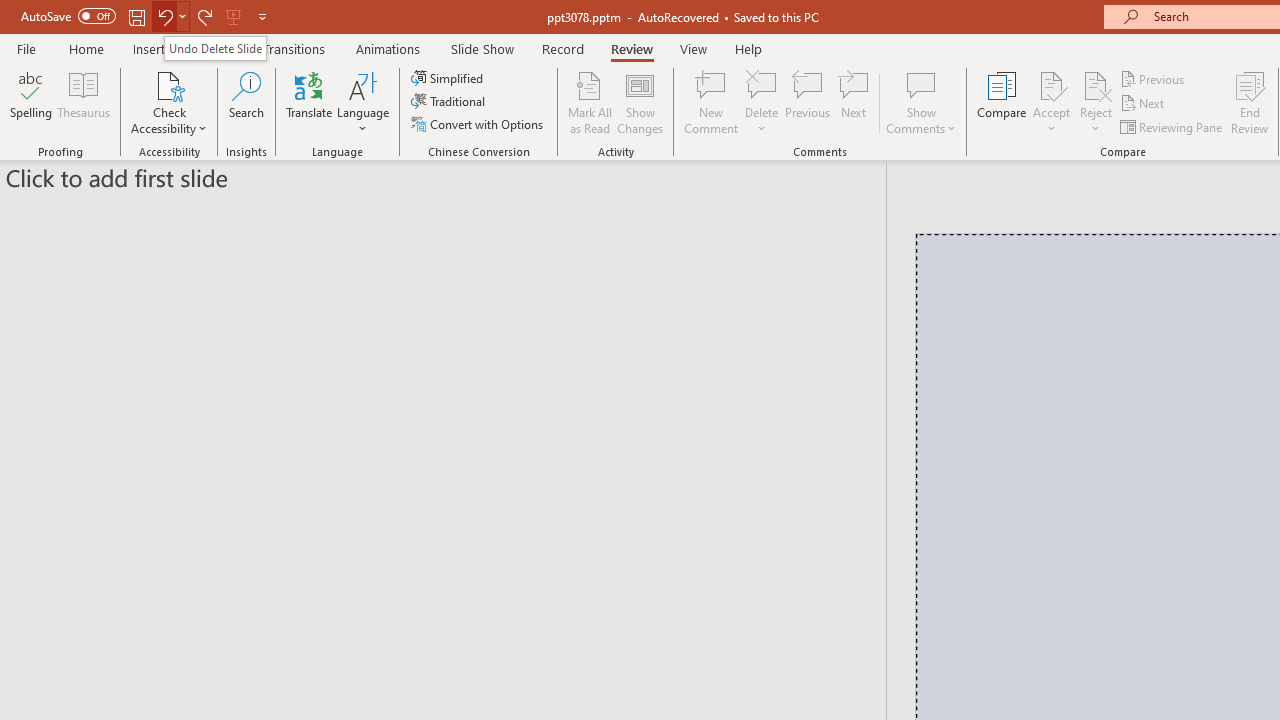 The height and width of the screenshot is (720, 1280). Describe the element at coordinates (640, 103) in the screenshot. I see `'Show Changes'` at that location.